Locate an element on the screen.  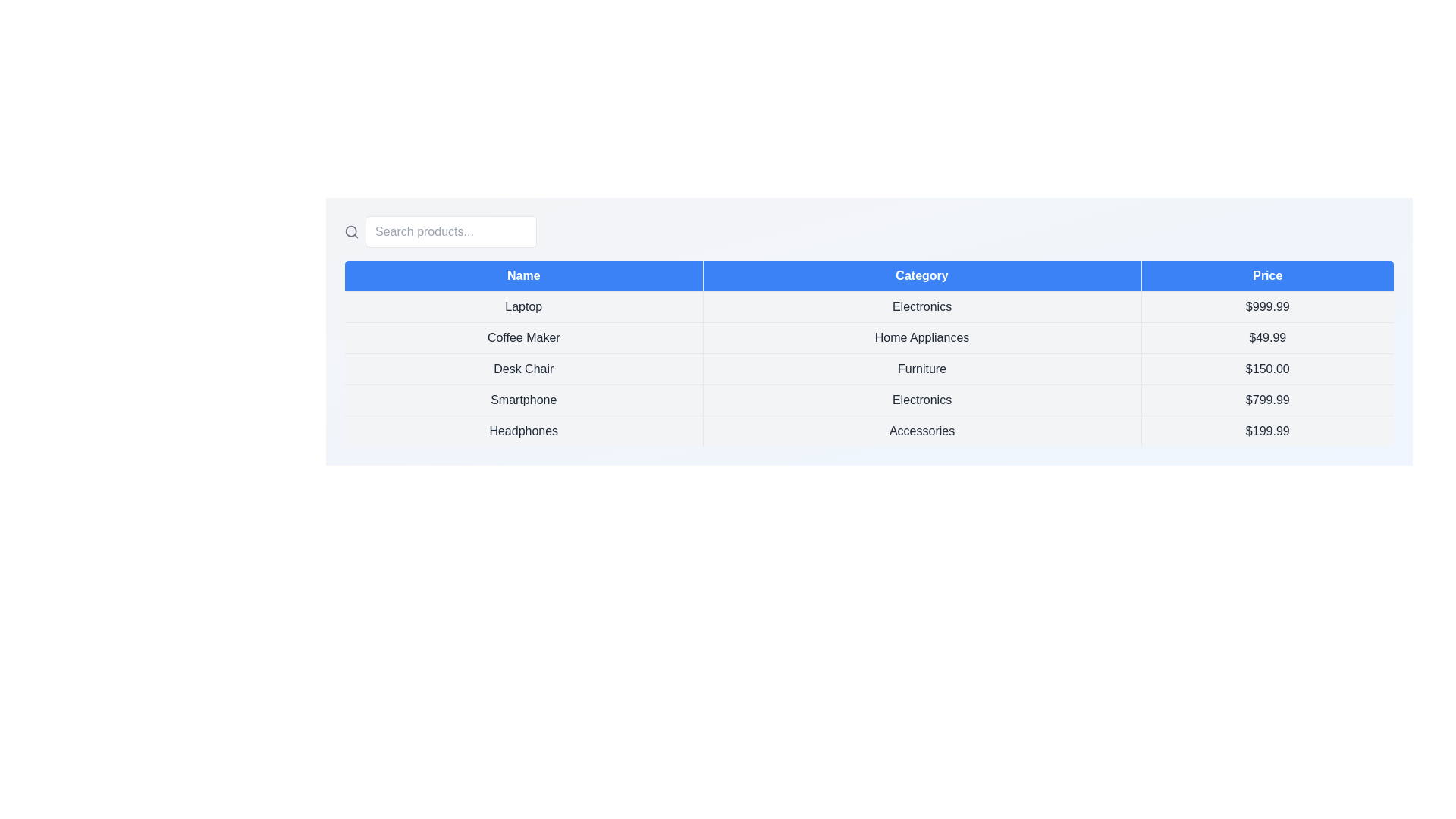
the 'Home Appliances' text label in the 'Category' column of the table, located in the row for 'Coffee Maker' is located at coordinates (921, 337).